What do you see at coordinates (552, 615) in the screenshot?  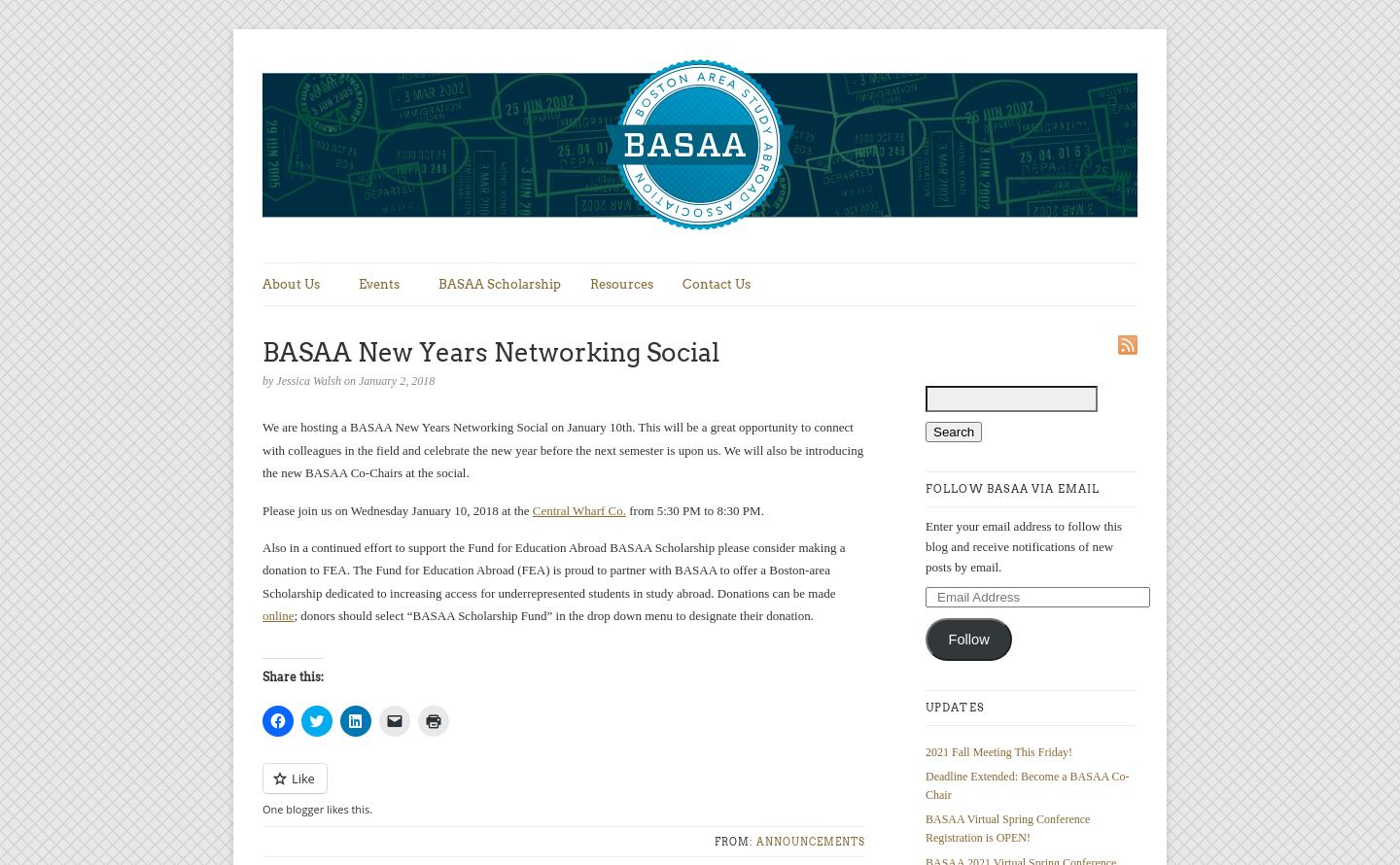 I see `'; donors should select “BASAA Scholarship Fund” in the drop down menu to designate their donation.'` at bounding box center [552, 615].